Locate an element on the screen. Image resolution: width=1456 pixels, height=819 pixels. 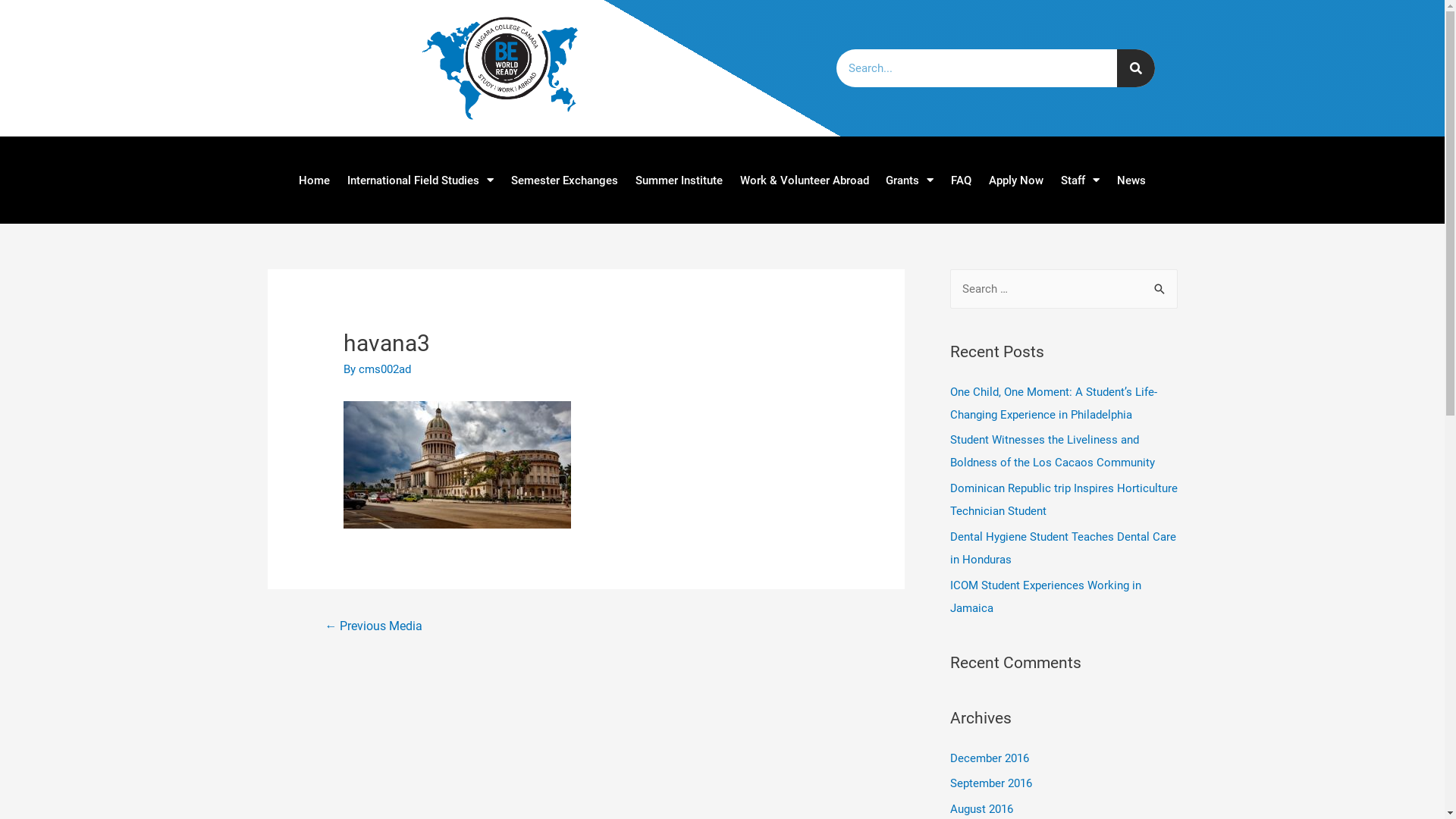
'News' is located at coordinates (1131, 178).